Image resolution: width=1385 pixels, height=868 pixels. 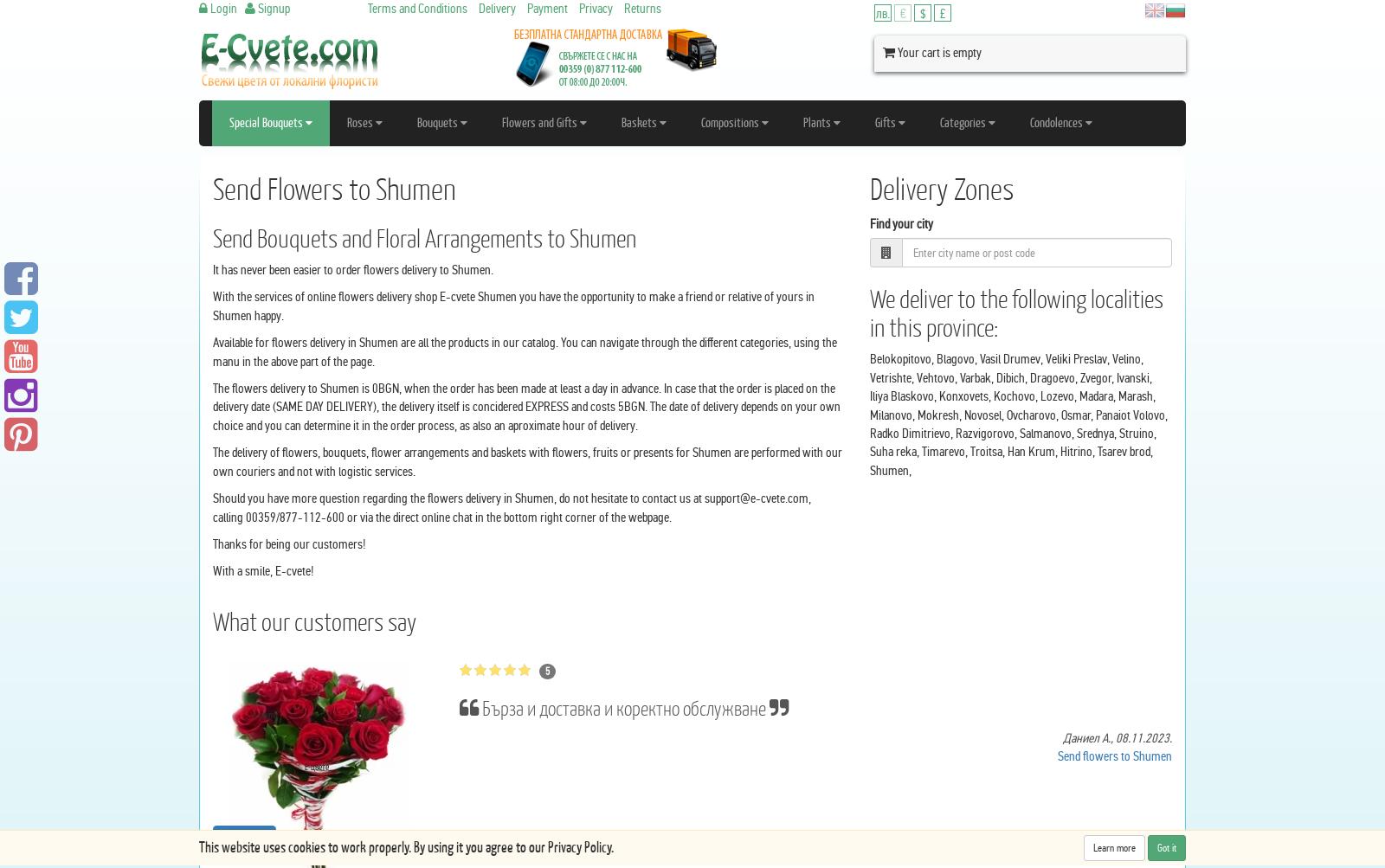 What do you see at coordinates (458, 498) in the screenshot?
I see `'Should you have more question regarding the flowers delivery in Shumen, do not hesitate to contact us at'` at bounding box center [458, 498].